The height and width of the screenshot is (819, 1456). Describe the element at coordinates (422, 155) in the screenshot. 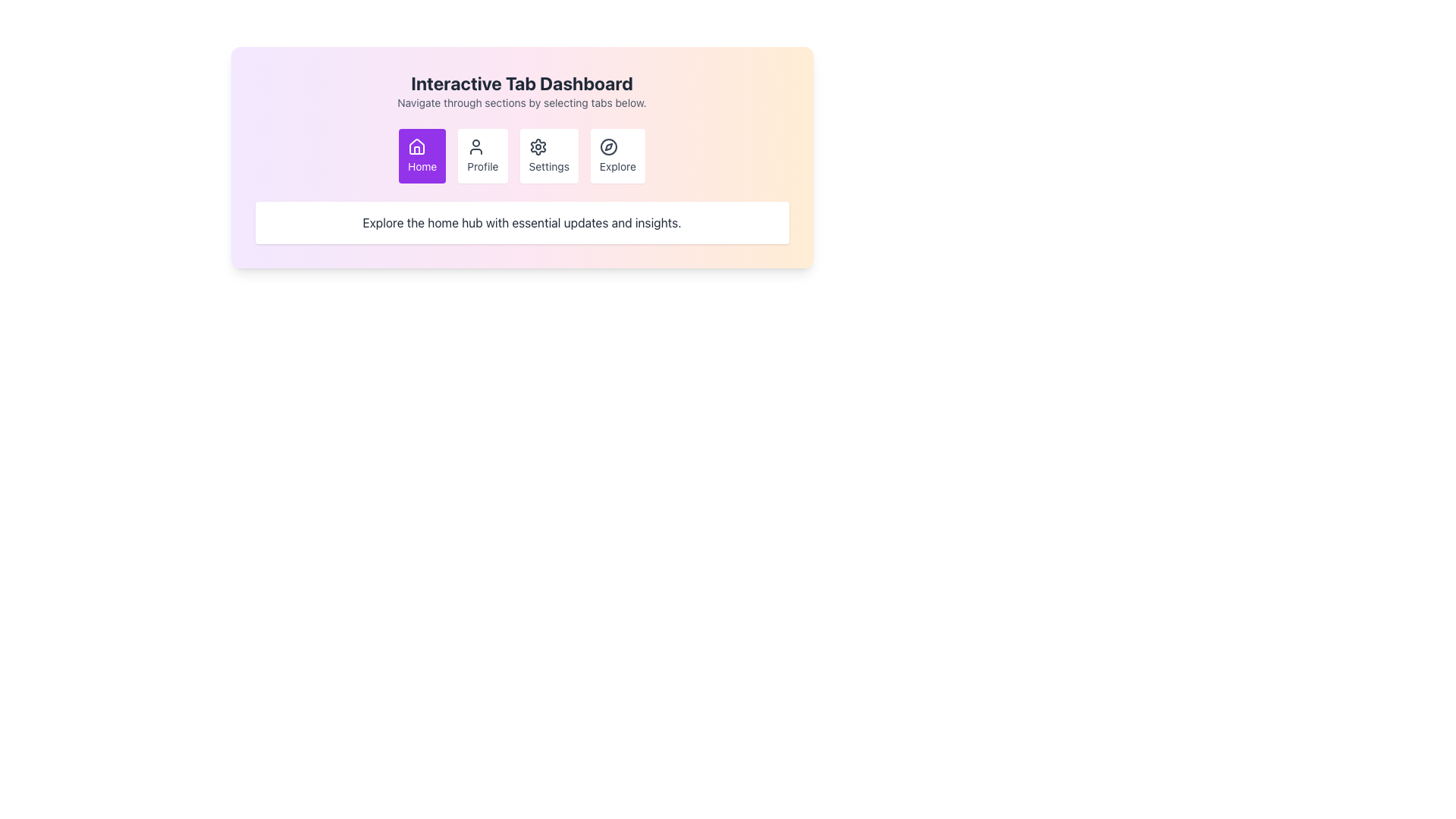

I see `the Home button, which is the first button in the navigation bar, to trigger the scaling effect` at that location.